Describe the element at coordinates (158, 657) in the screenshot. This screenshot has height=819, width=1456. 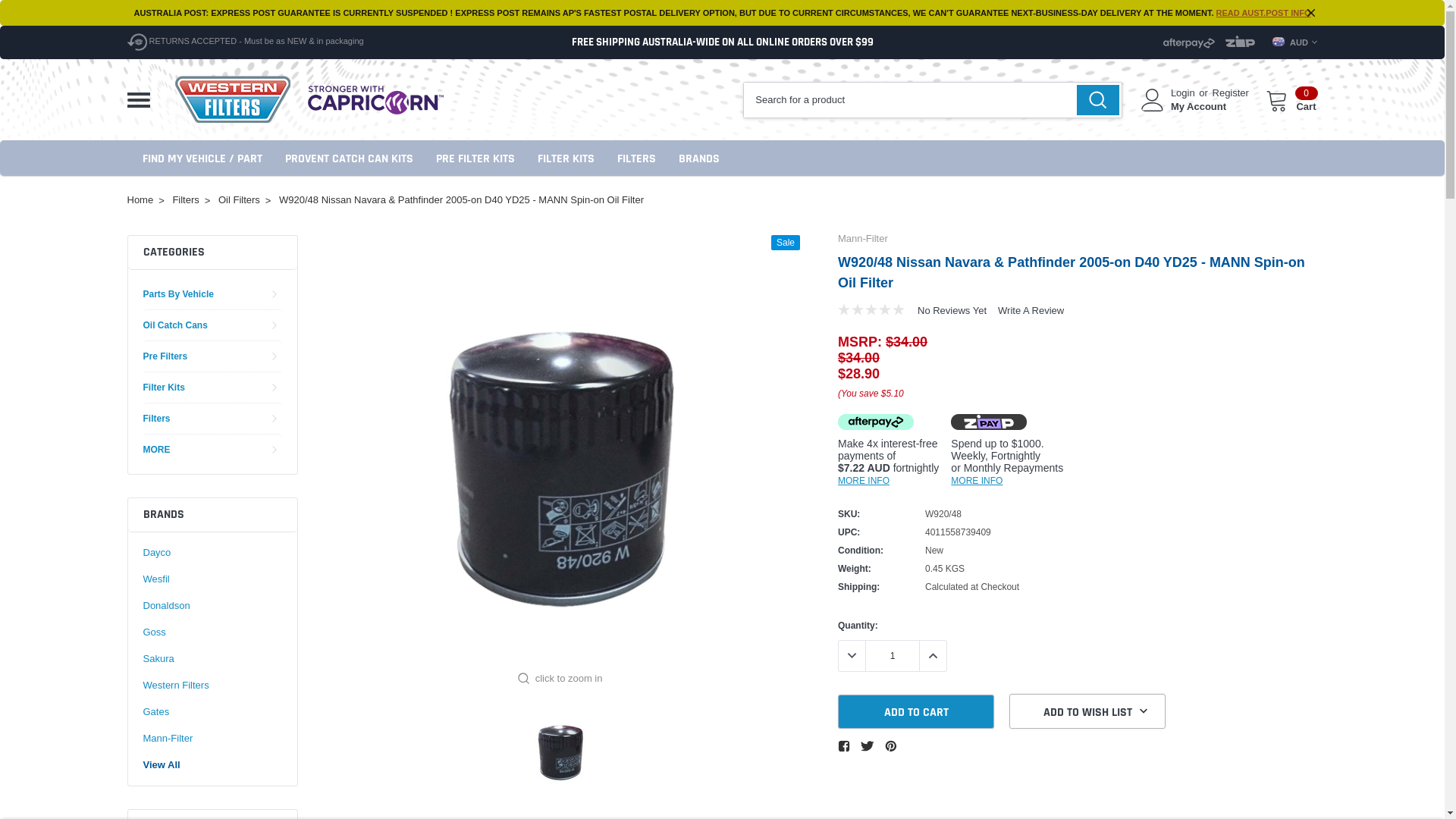
I see `'Sakura'` at that location.